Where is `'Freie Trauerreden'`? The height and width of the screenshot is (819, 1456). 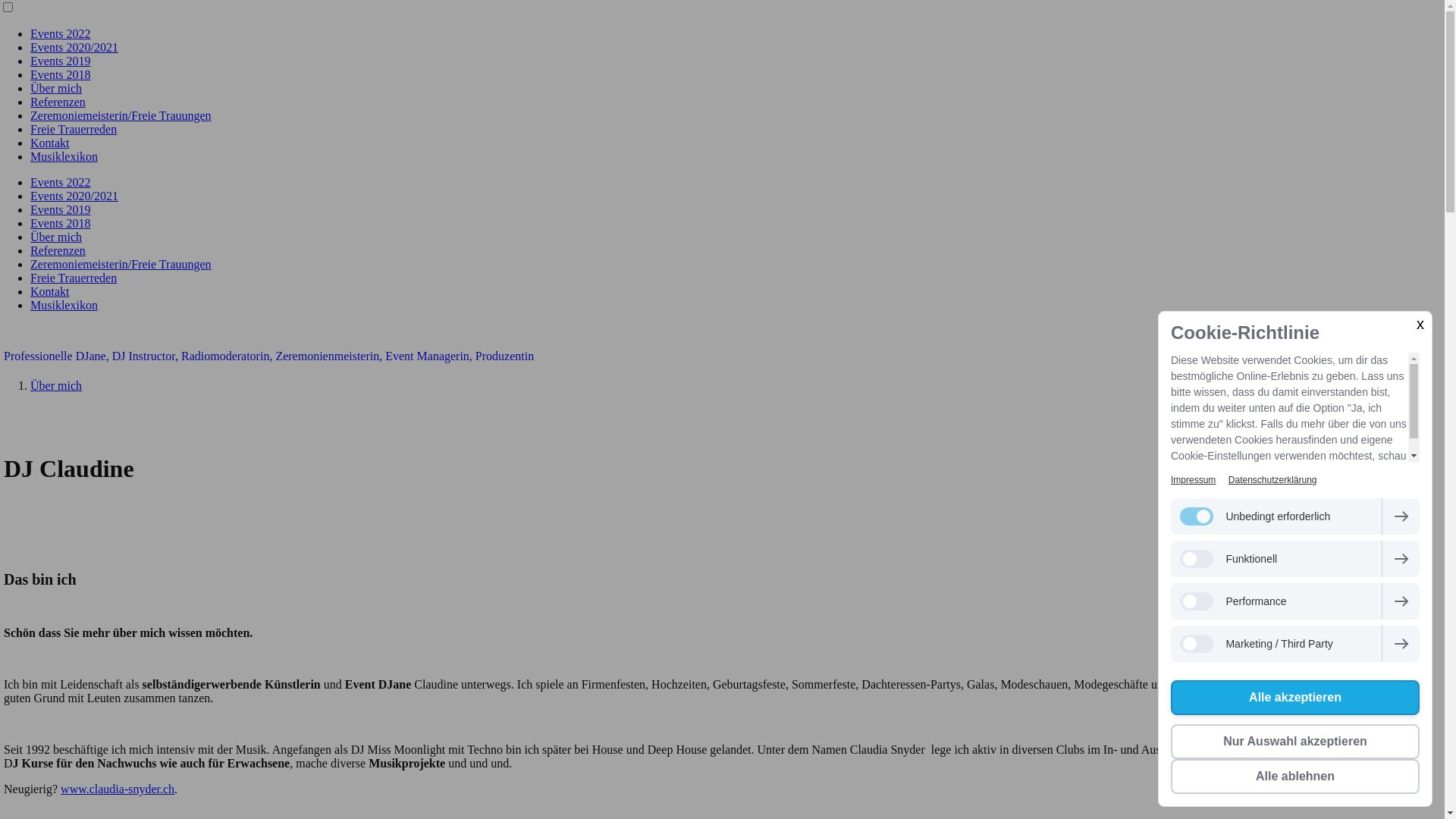 'Freie Trauerreden' is located at coordinates (72, 278).